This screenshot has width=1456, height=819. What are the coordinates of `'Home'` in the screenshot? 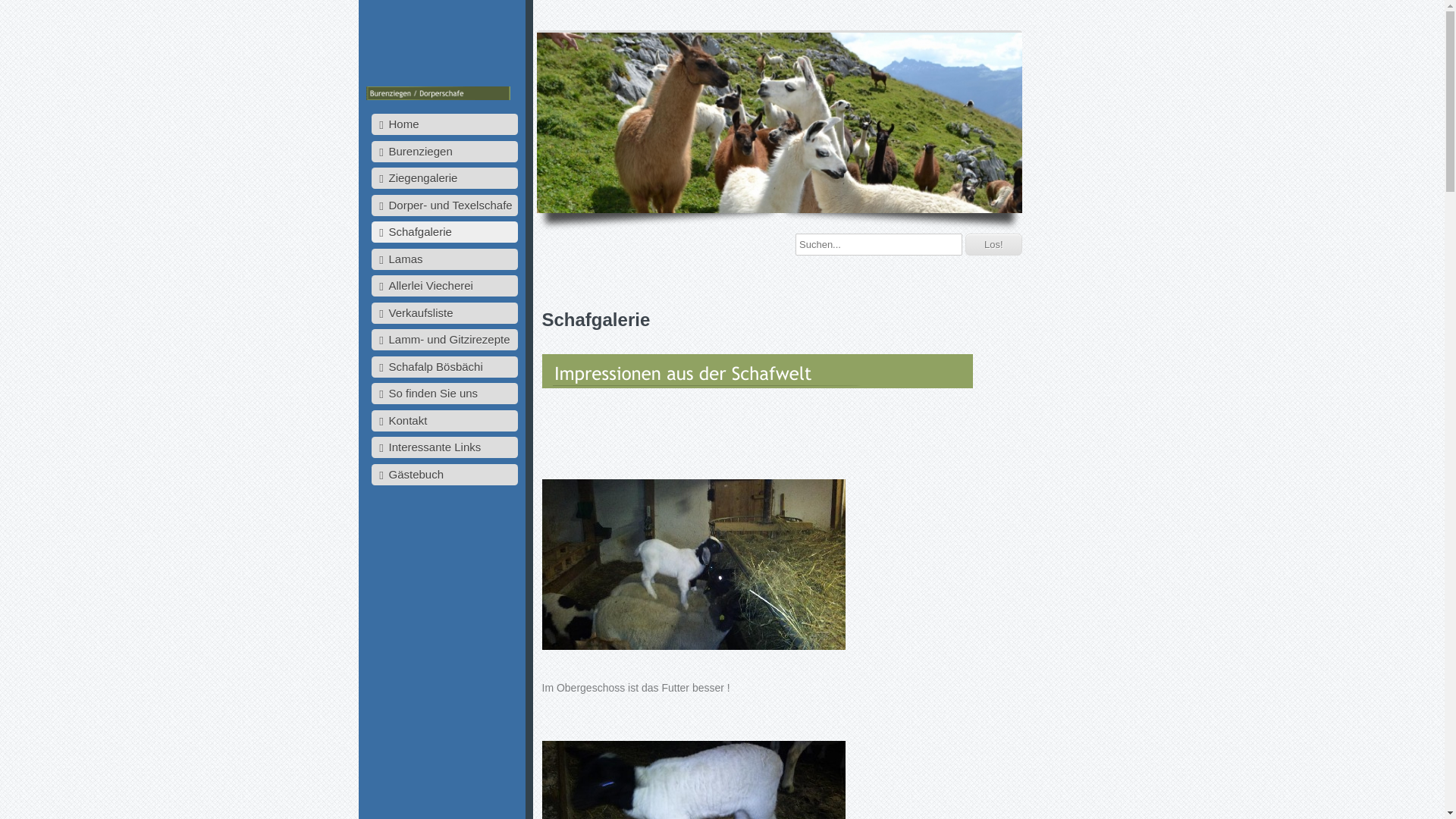 It's located at (444, 124).